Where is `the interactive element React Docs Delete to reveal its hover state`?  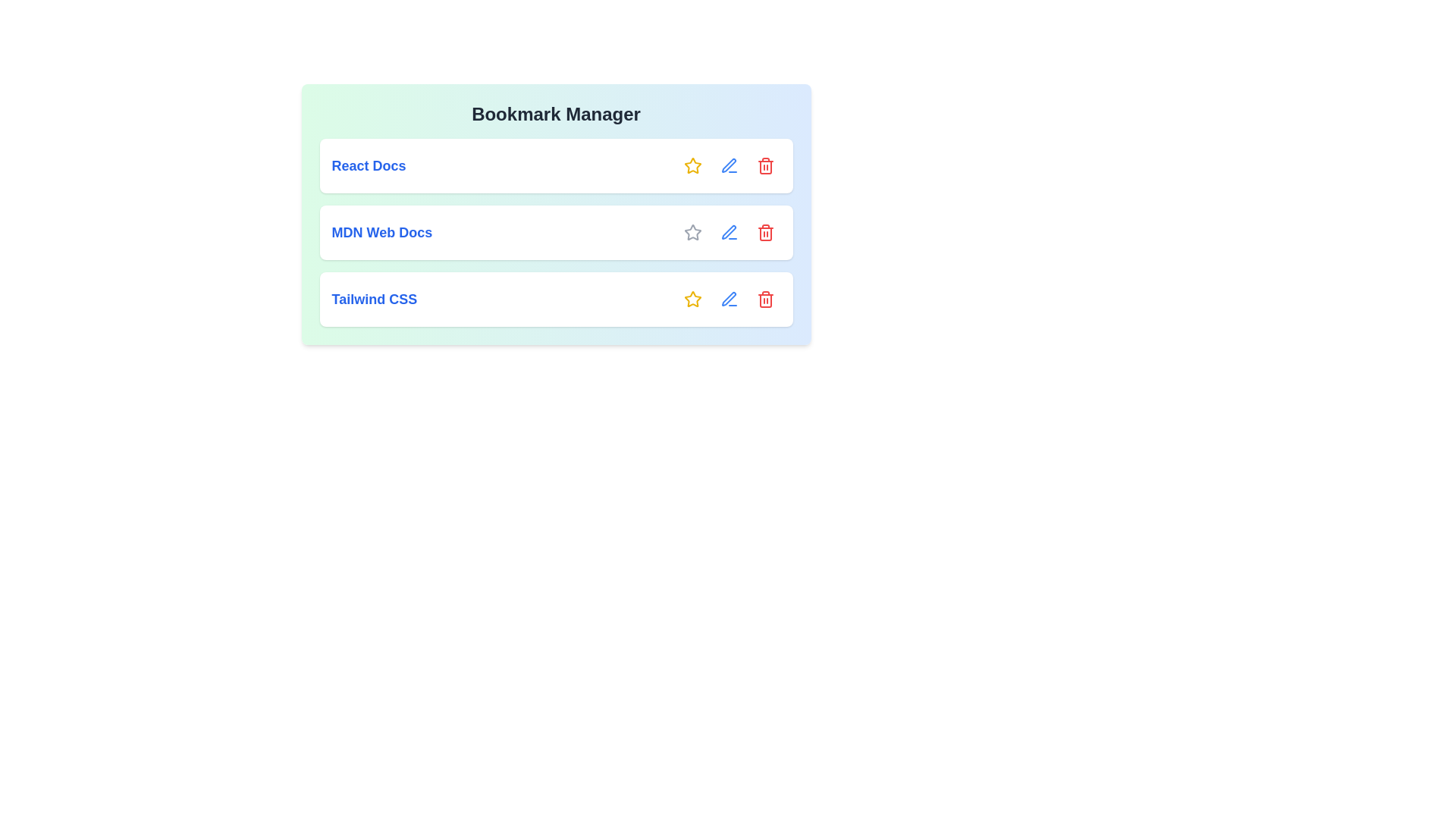 the interactive element React Docs Delete to reveal its hover state is located at coordinates (765, 166).